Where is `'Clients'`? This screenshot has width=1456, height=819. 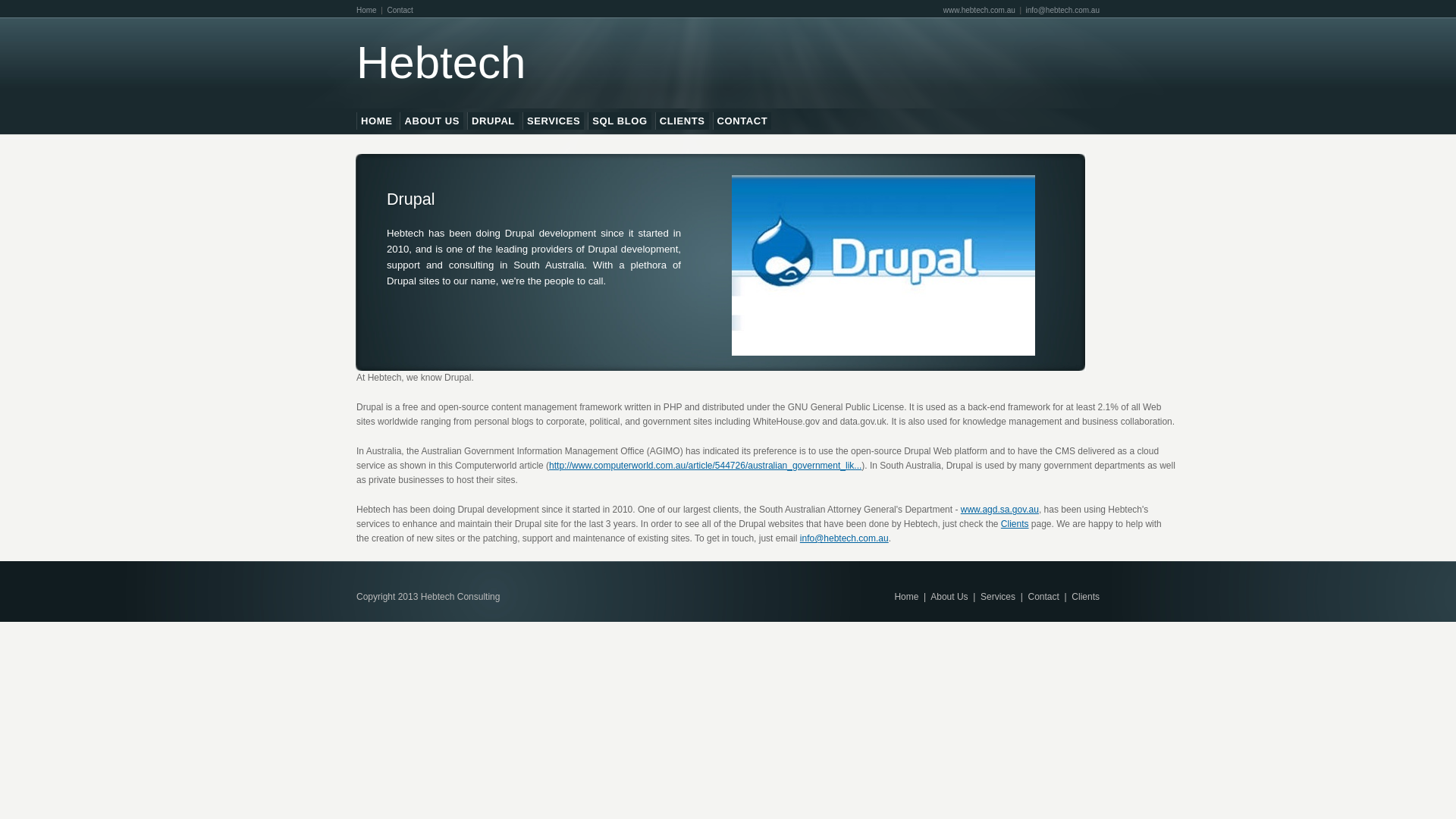
'Clients' is located at coordinates (1084, 595).